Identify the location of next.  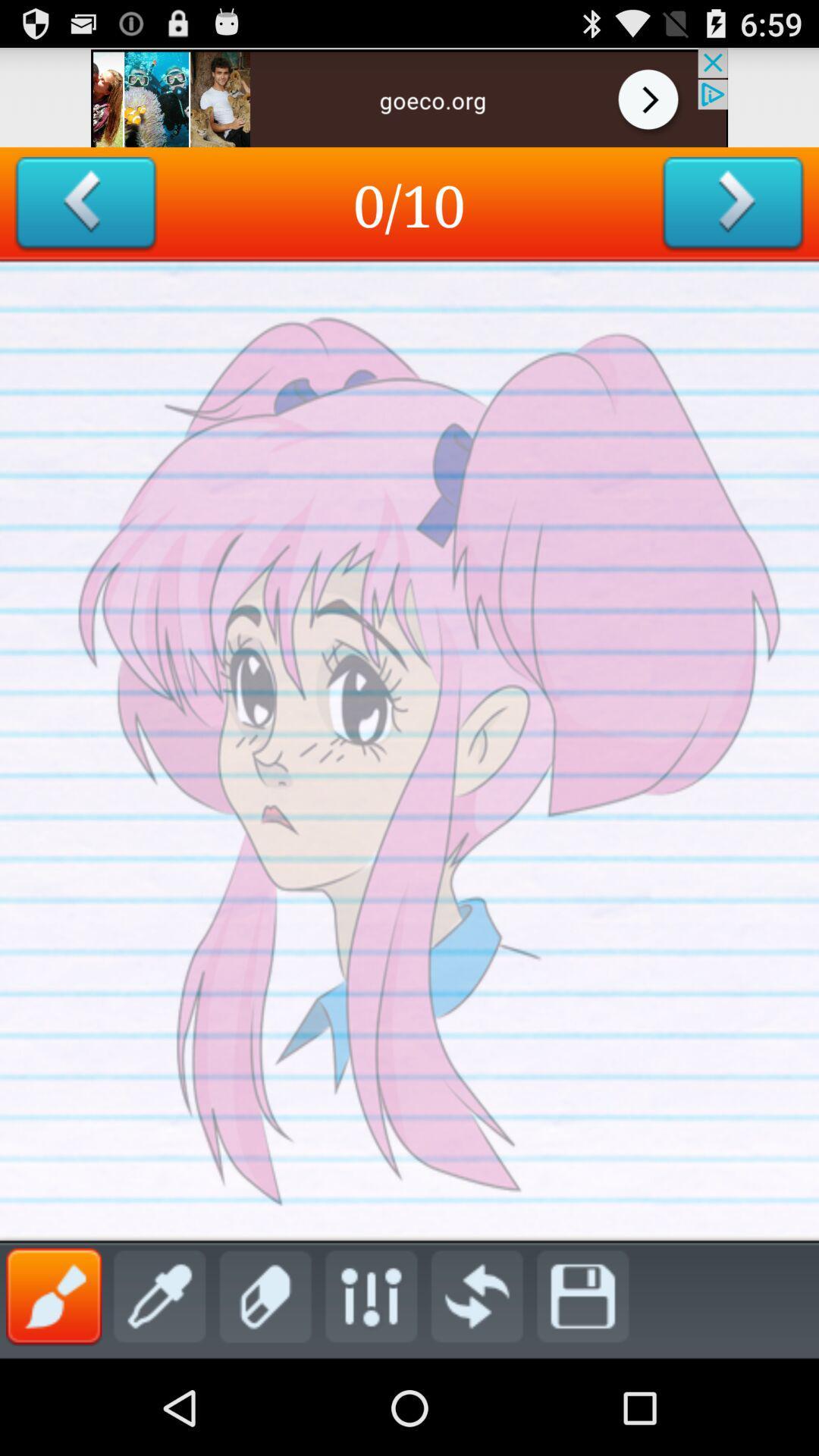
(732, 203).